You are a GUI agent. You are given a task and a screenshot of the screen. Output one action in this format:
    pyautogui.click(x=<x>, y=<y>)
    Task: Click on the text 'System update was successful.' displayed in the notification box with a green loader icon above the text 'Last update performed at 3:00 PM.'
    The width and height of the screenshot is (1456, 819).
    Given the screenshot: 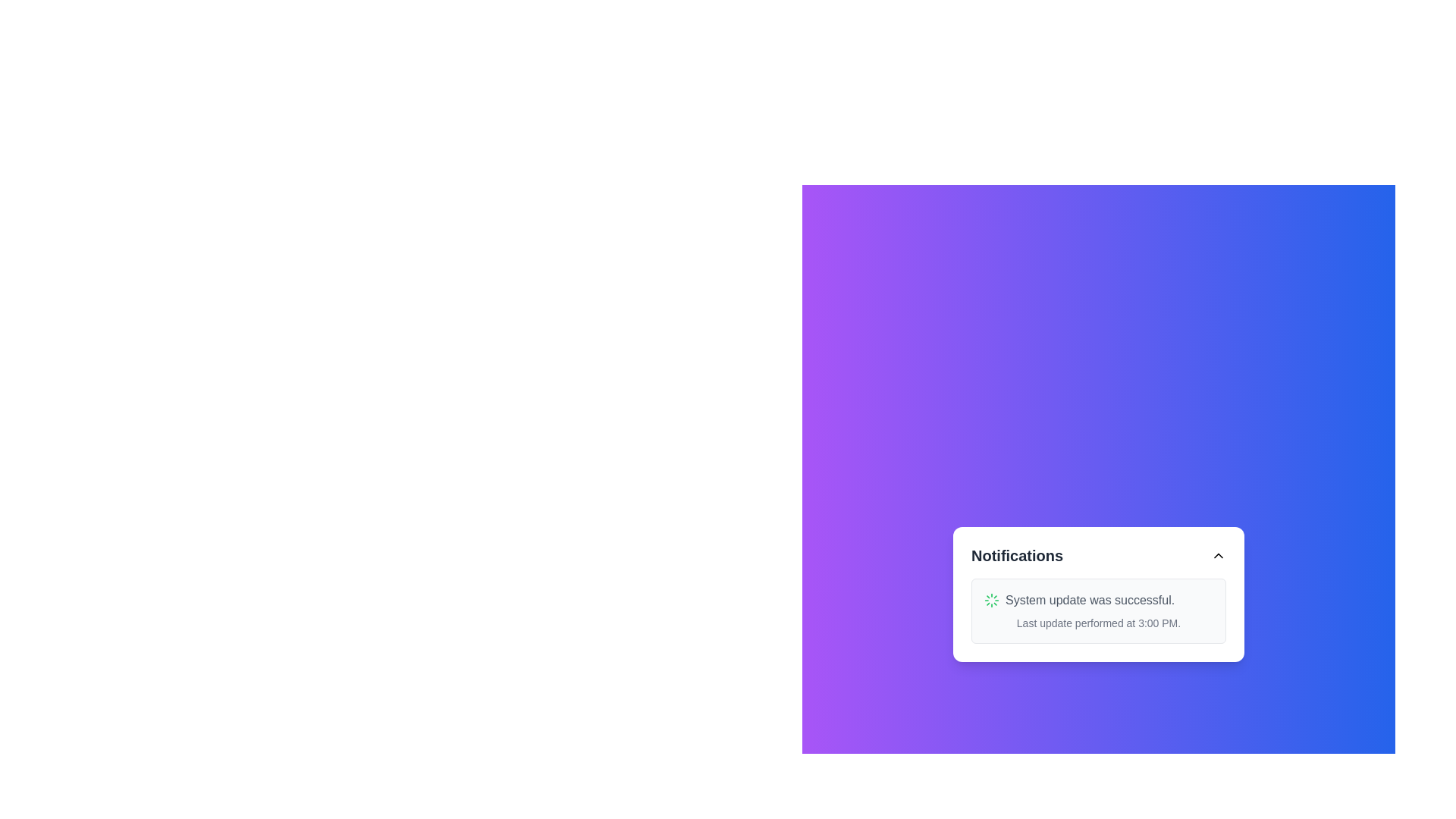 What is the action you would take?
    pyautogui.click(x=1099, y=599)
    